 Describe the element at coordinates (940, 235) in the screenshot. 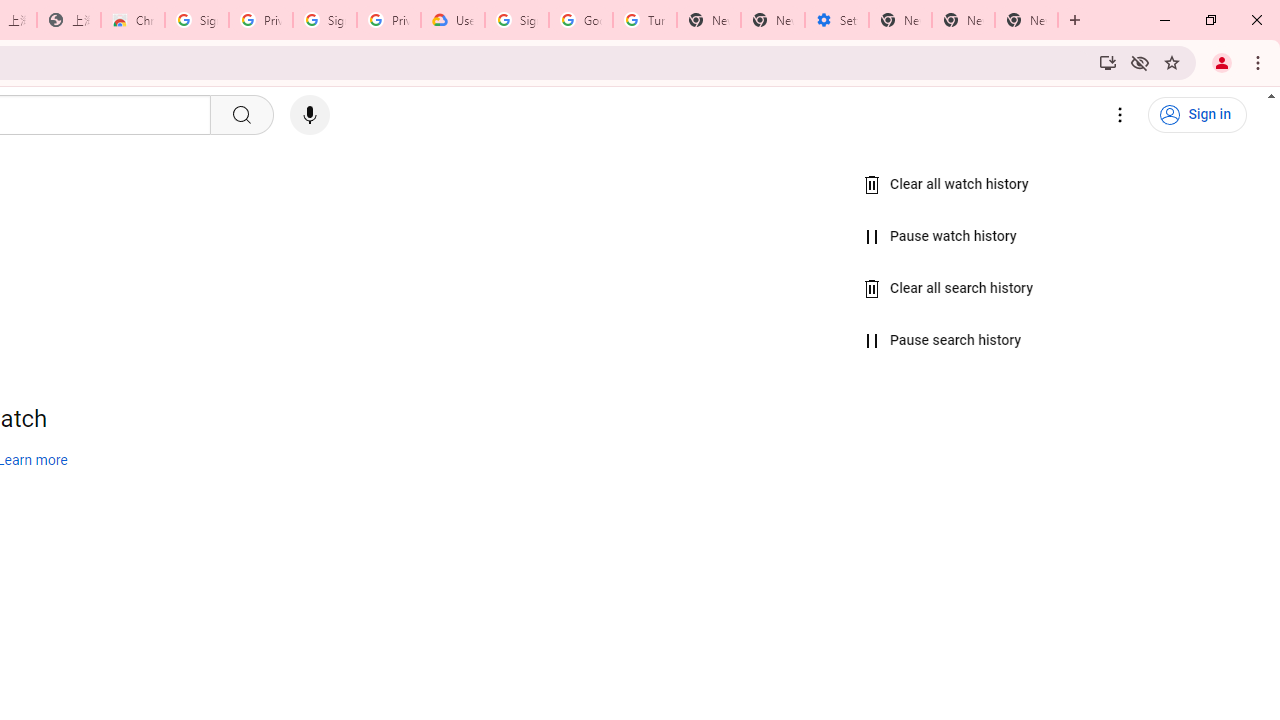

I see `'Pause watch history'` at that location.